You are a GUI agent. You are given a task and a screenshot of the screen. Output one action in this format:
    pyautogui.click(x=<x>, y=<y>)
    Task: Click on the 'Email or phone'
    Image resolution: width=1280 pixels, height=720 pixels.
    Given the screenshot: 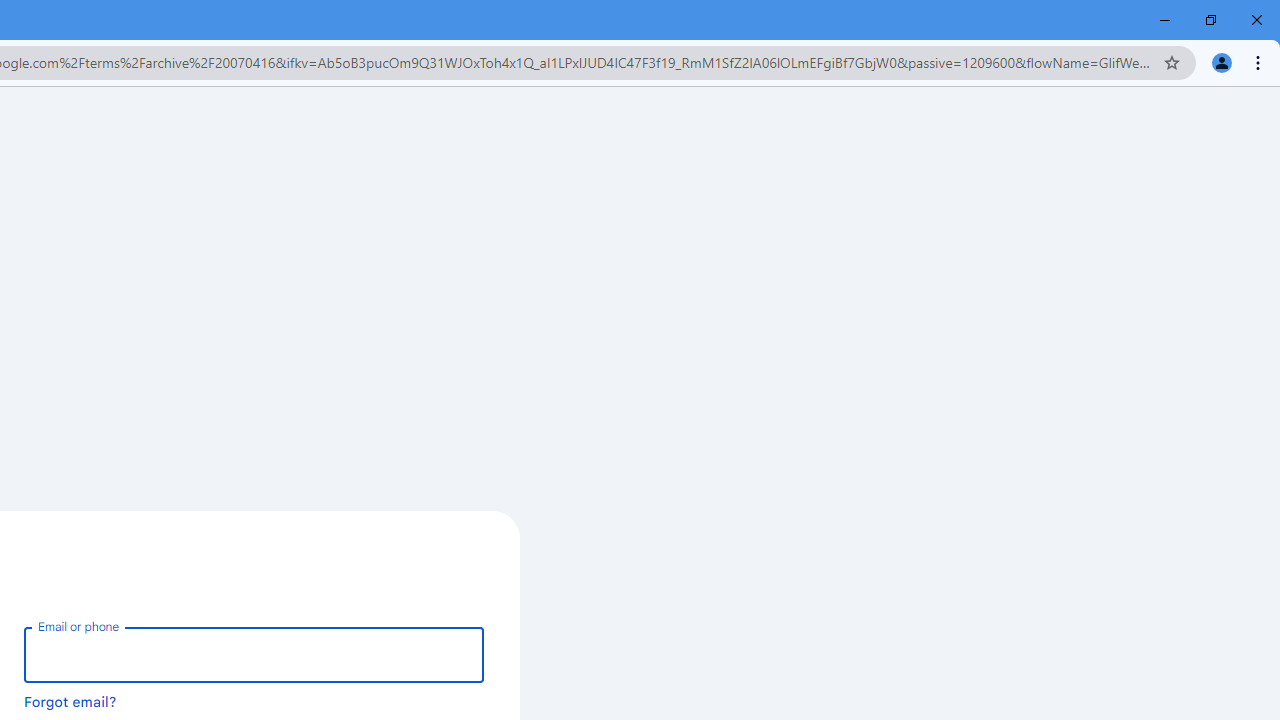 What is the action you would take?
    pyautogui.click(x=253, y=654)
    